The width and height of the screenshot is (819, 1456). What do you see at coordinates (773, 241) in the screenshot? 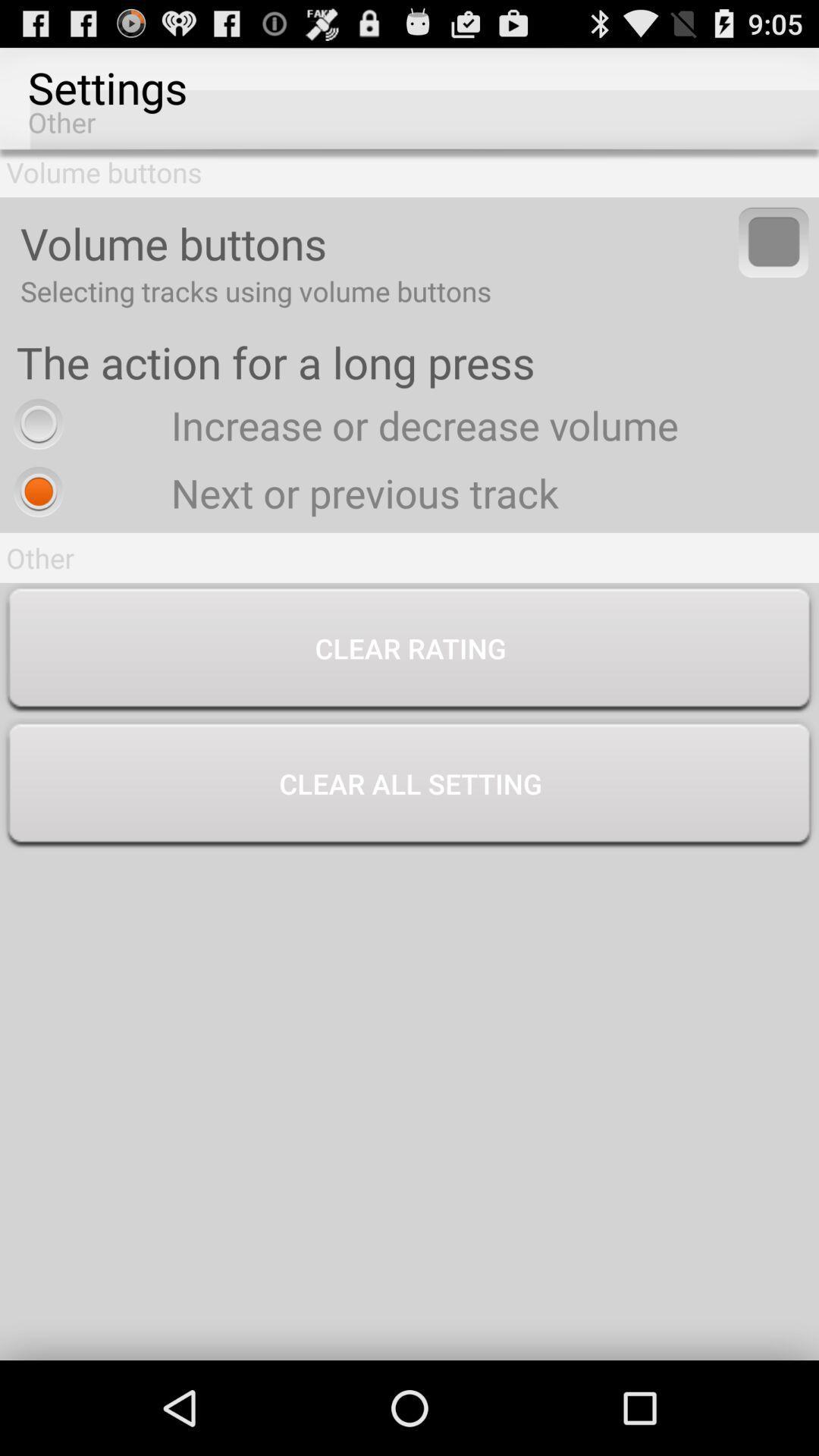
I see `the icon to the right of volume buttons` at bounding box center [773, 241].